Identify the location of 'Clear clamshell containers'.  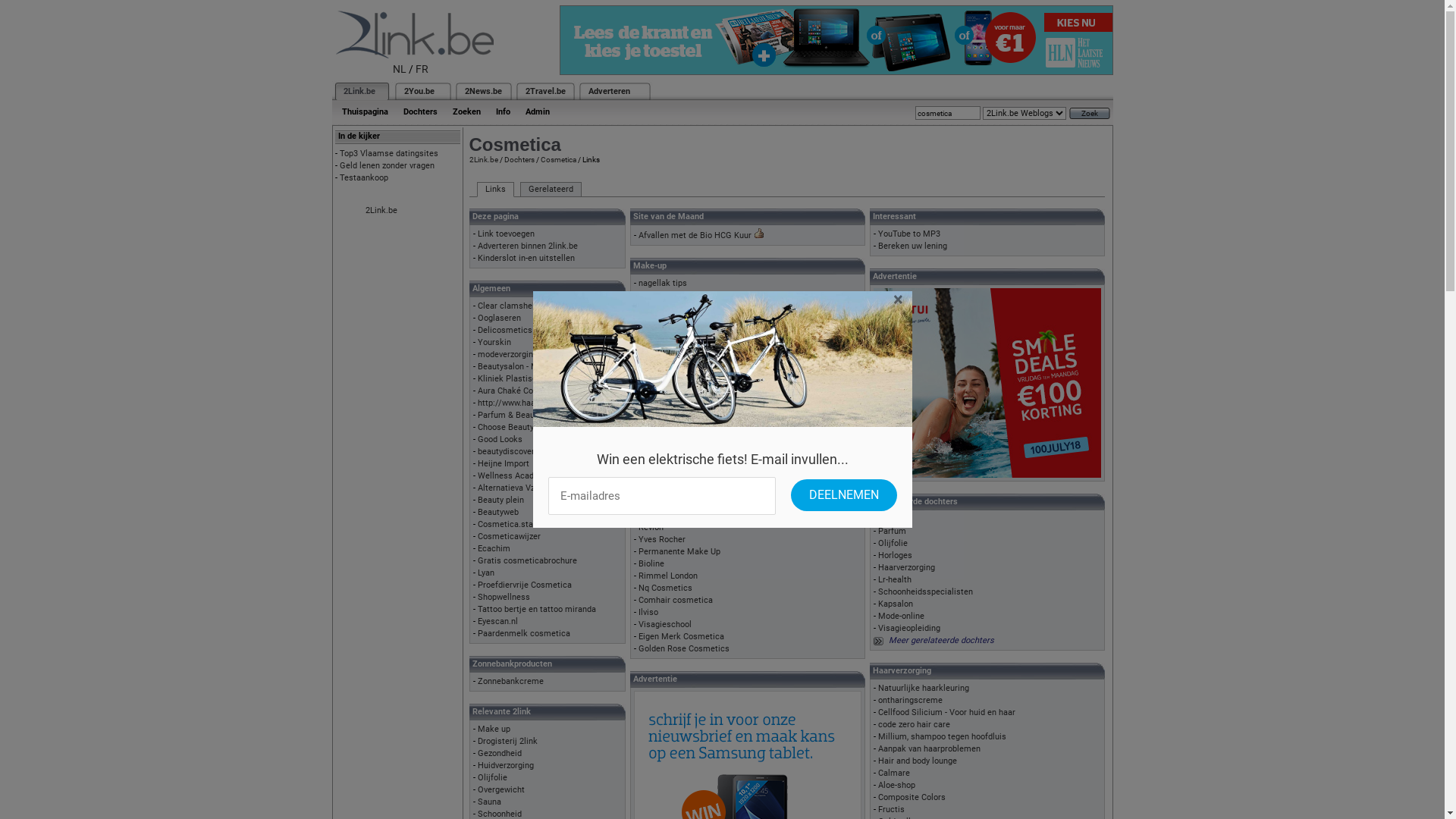
(528, 306).